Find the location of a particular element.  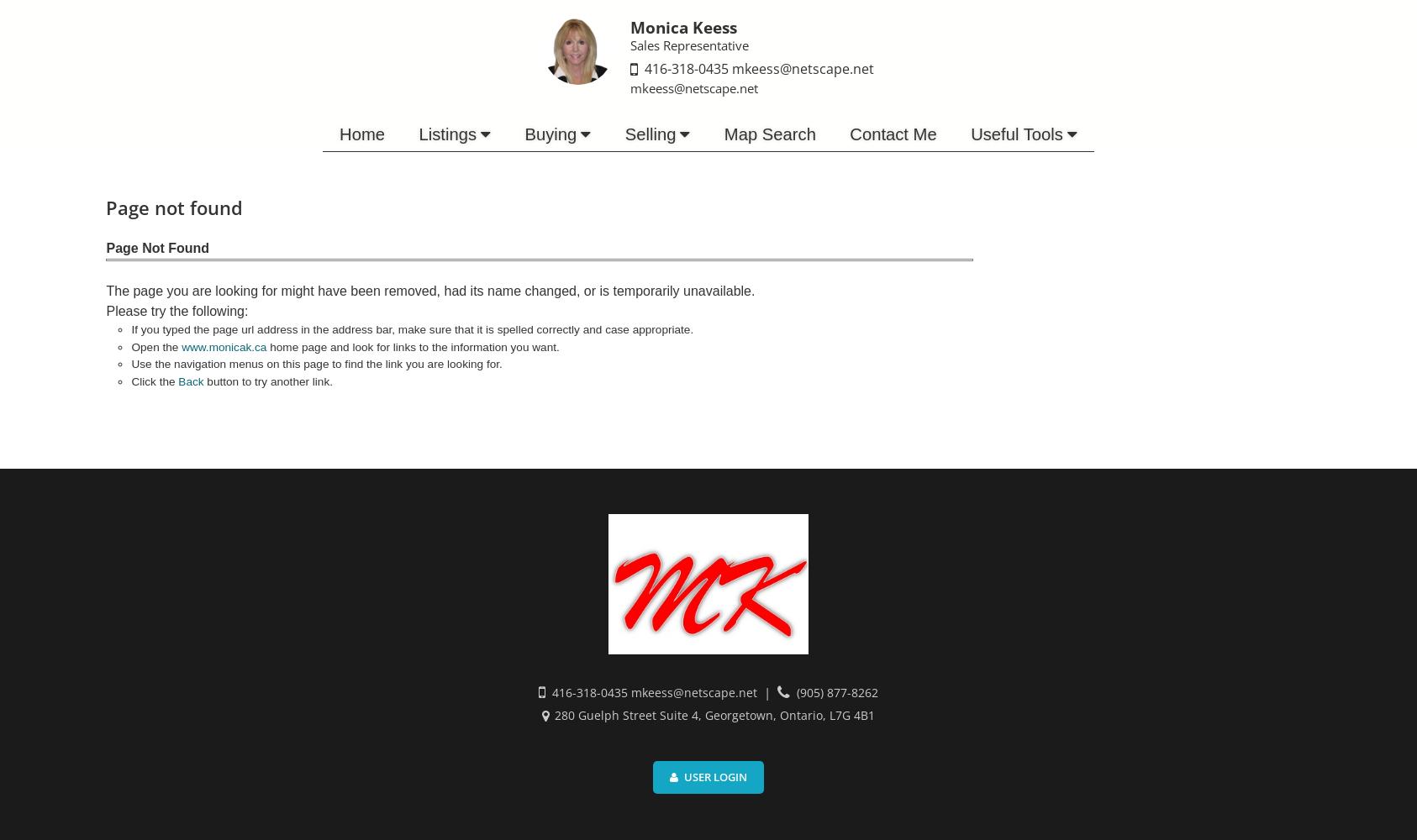

'Pre-Construction Condo Finder' is located at coordinates (416, 255).